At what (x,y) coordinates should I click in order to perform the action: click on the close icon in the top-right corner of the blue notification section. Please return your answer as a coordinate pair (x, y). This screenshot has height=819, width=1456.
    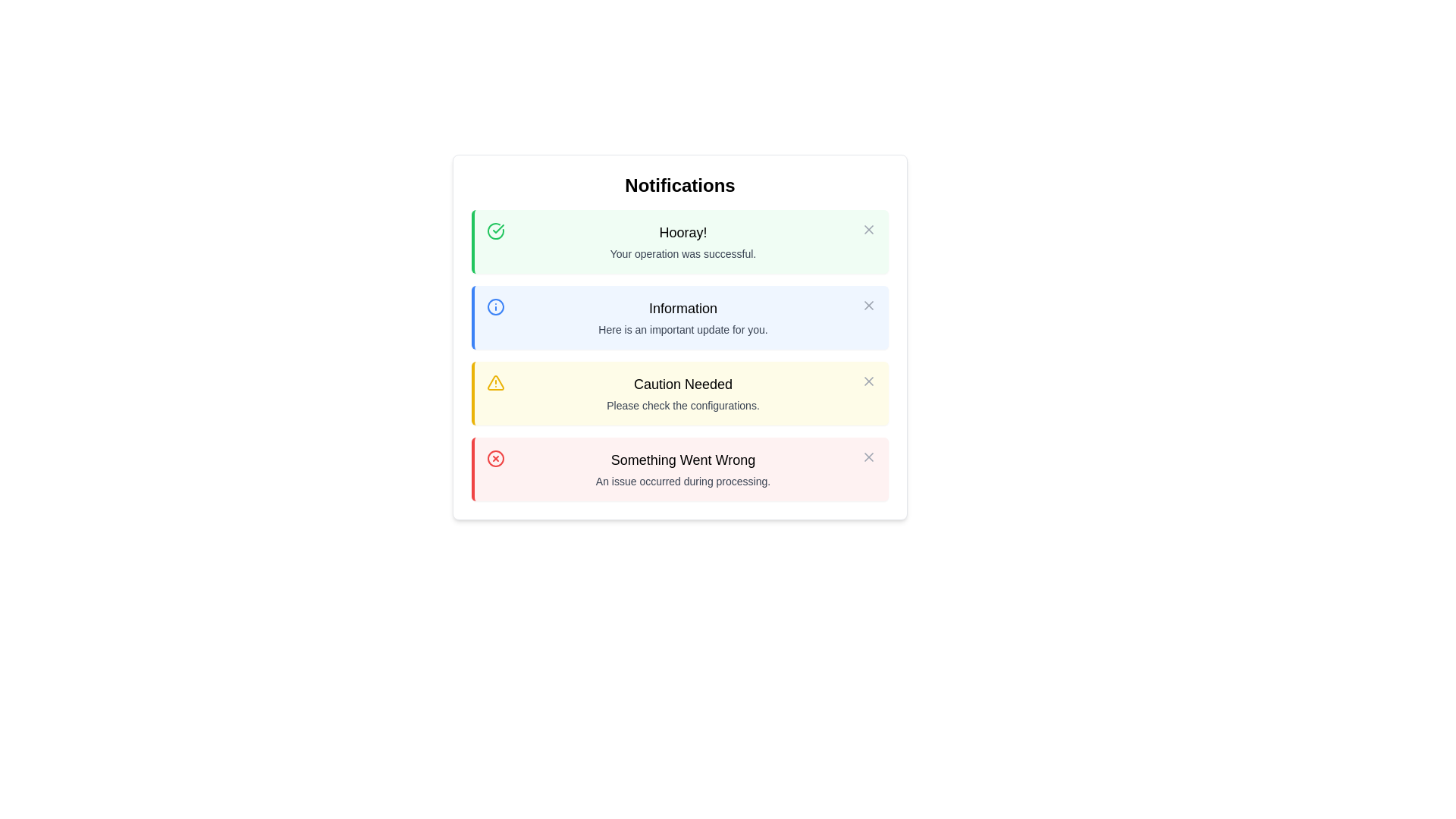
    Looking at the image, I should click on (869, 305).